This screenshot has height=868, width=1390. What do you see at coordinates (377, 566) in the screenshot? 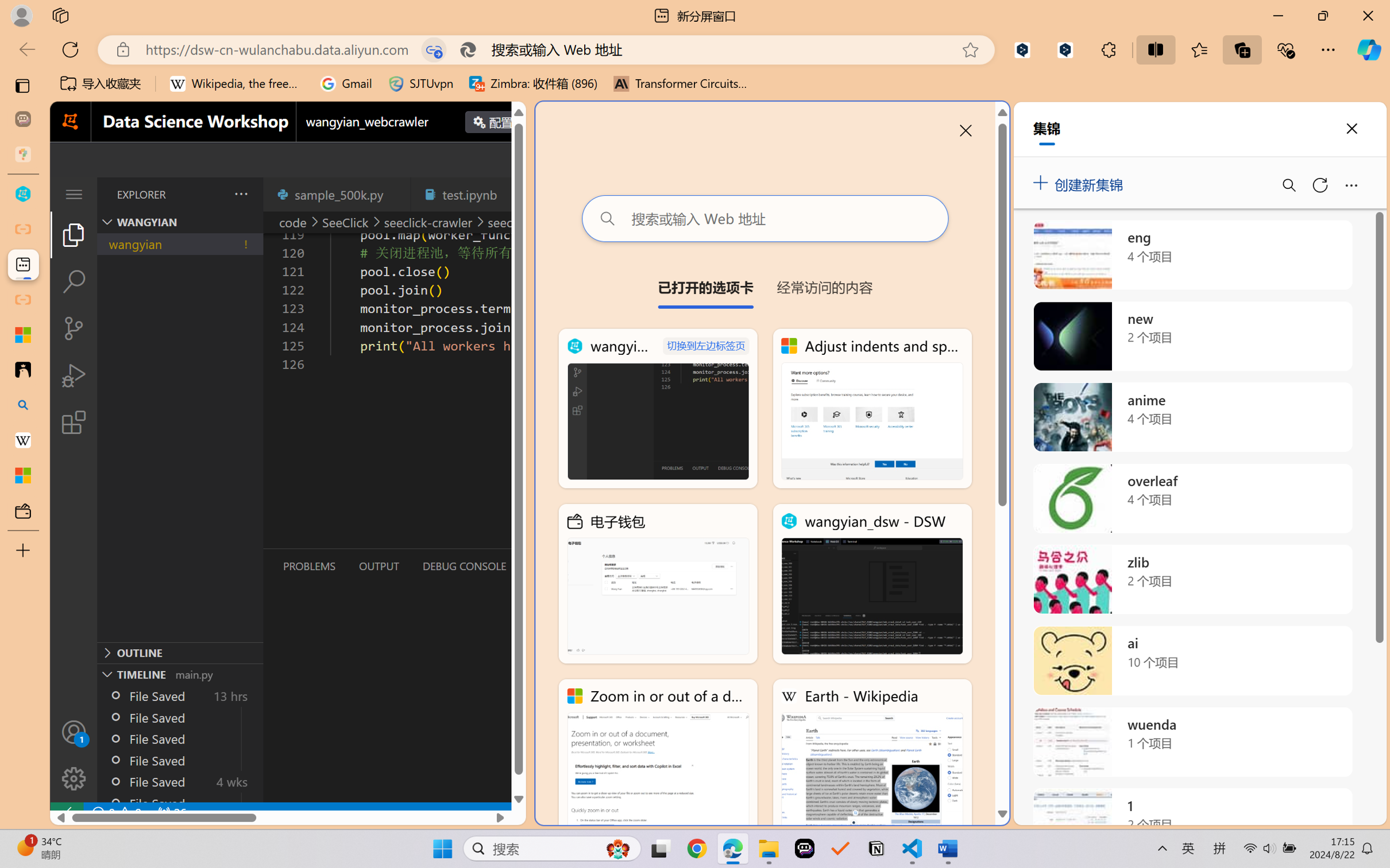
I see `'Output (Ctrl+Shift+U)'` at bounding box center [377, 566].